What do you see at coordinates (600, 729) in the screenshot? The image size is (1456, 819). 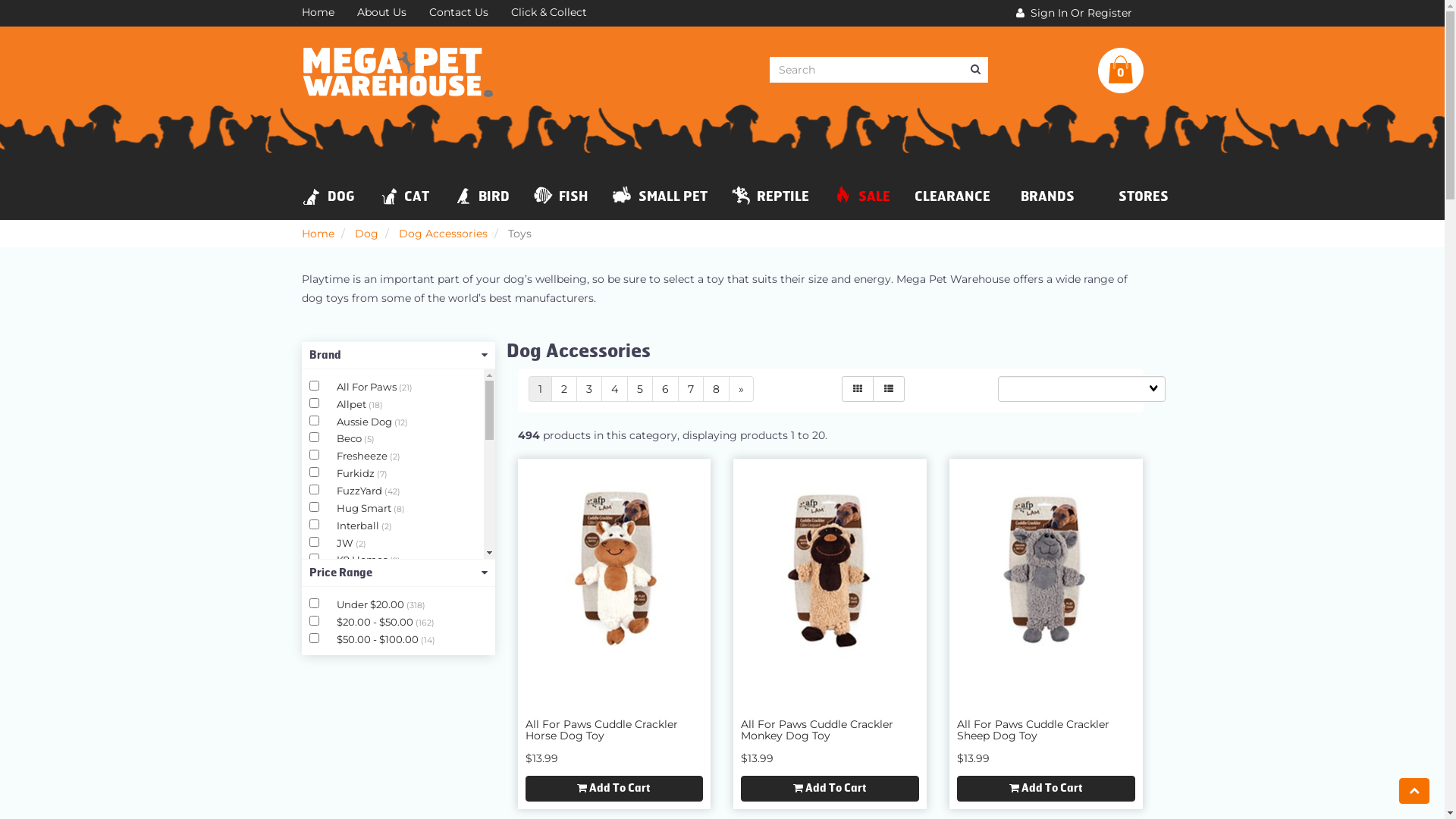 I see `'All For Paws Cuddle Crackler Horse Dog Toy'` at bounding box center [600, 729].